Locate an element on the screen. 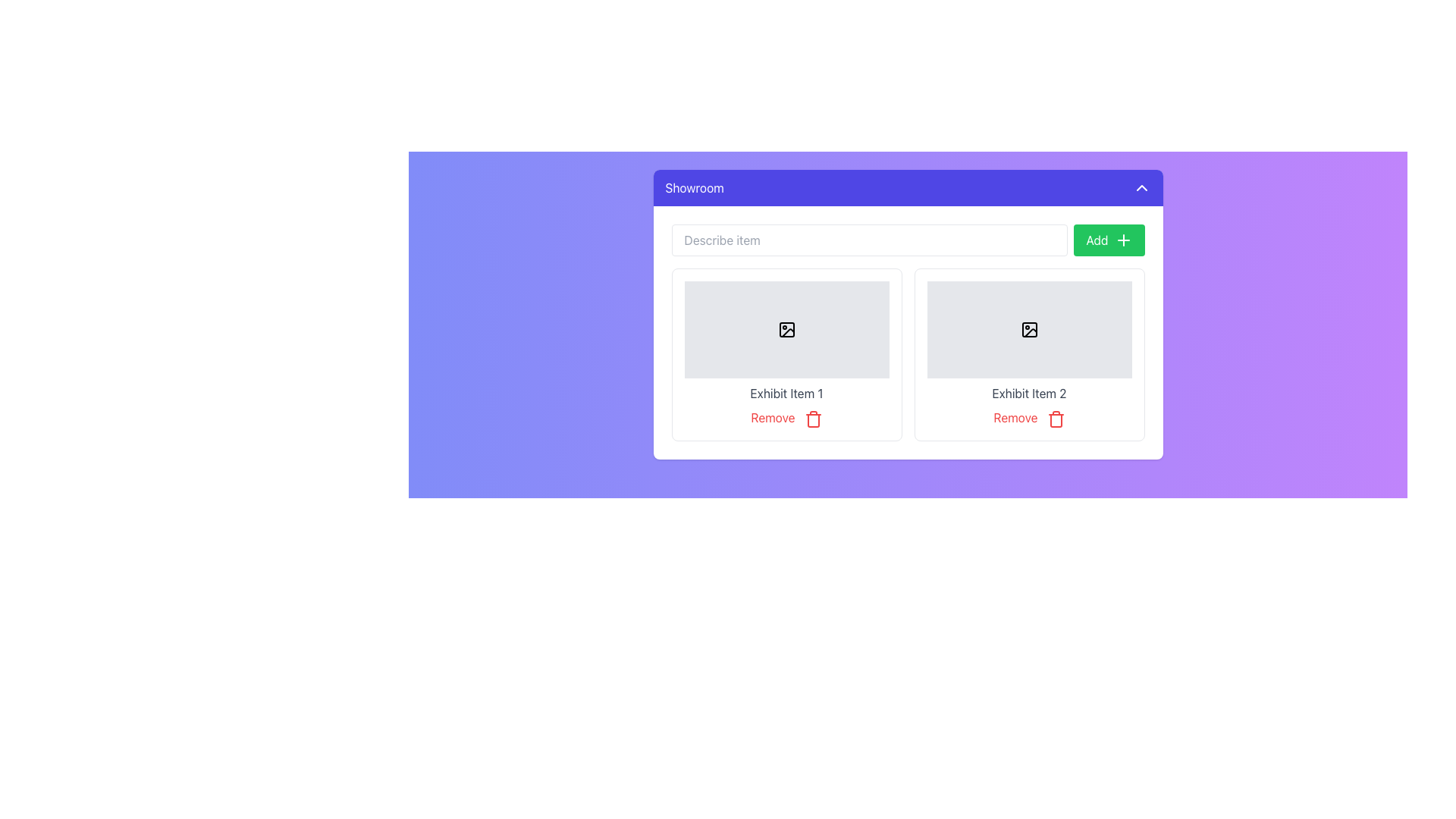 This screenshot has width=1456, height=819. the image placeholder icon located at the center of Exhibit Item 2, which represents an image placeholder or a failed image load is located at coordinates (1030, 332).